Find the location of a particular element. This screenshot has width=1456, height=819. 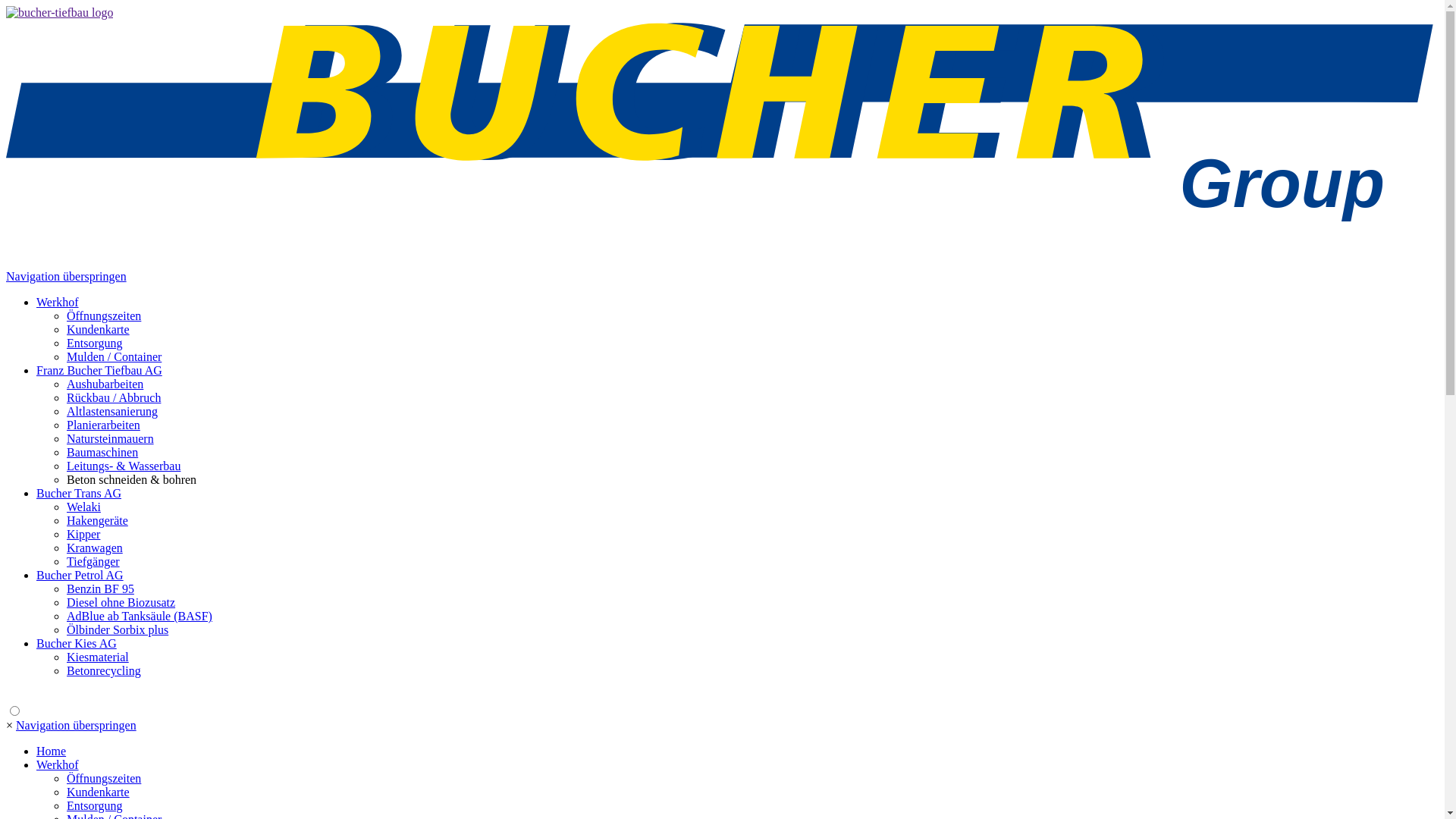

'Kiesmaterial' is located at coordinates (97, 656).